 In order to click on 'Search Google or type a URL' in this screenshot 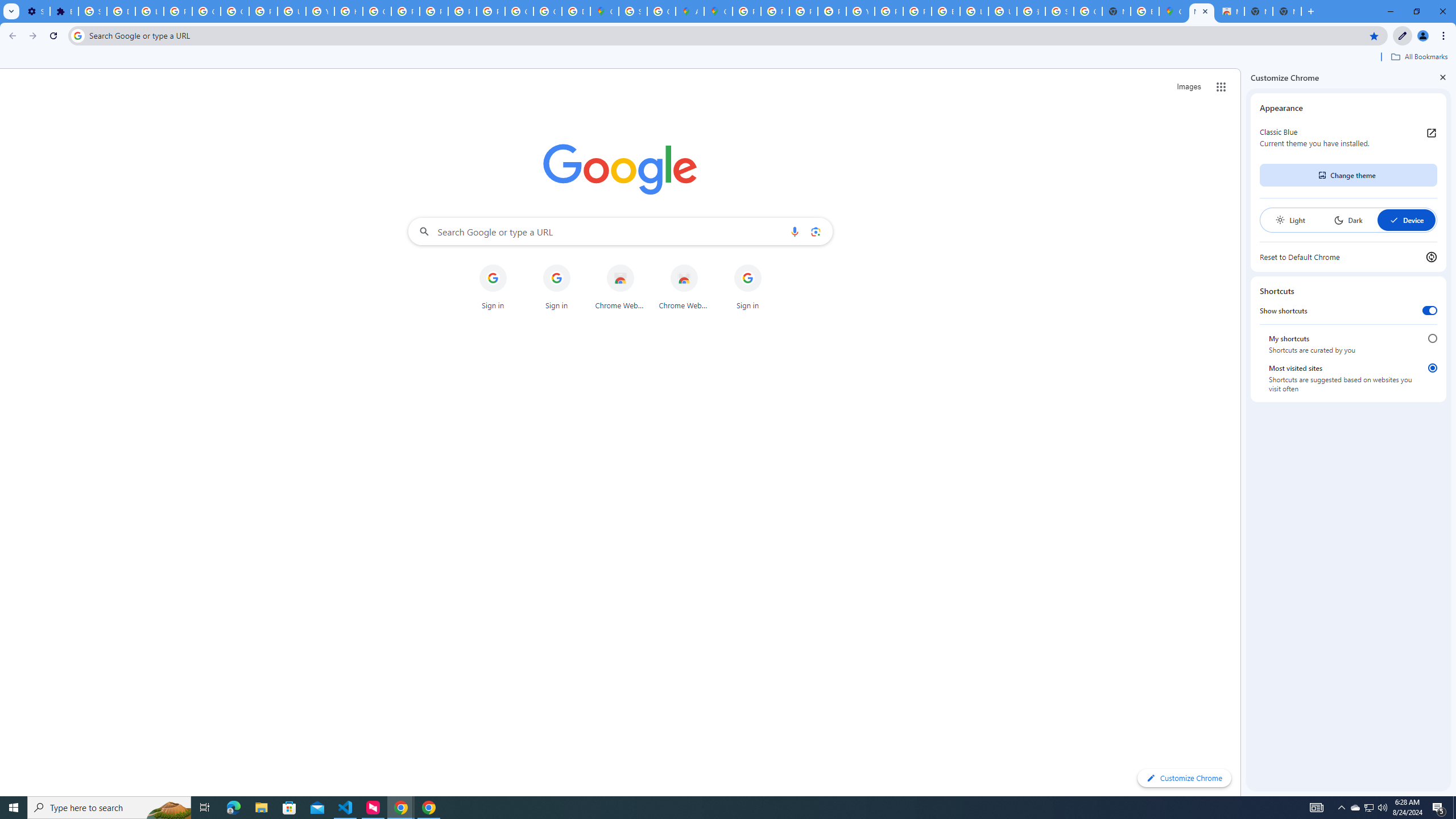, I will do `click(619, 230)`.